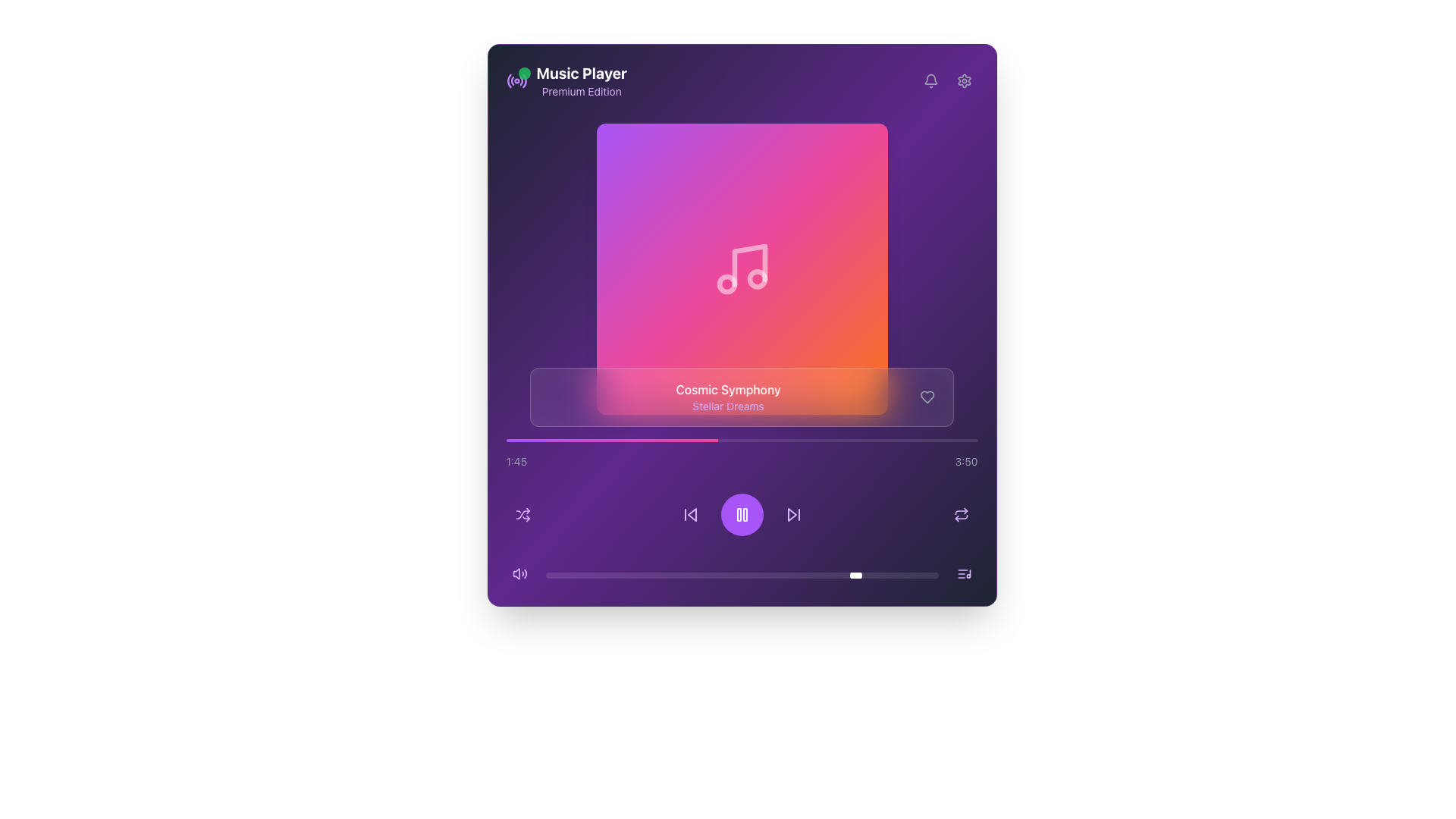 The image size is (1456, 819). I want to click on the text label indicating the total duration of the currently playing track in the music player, positioned at the far right of the progress bar below the album art, so click(965, 461).